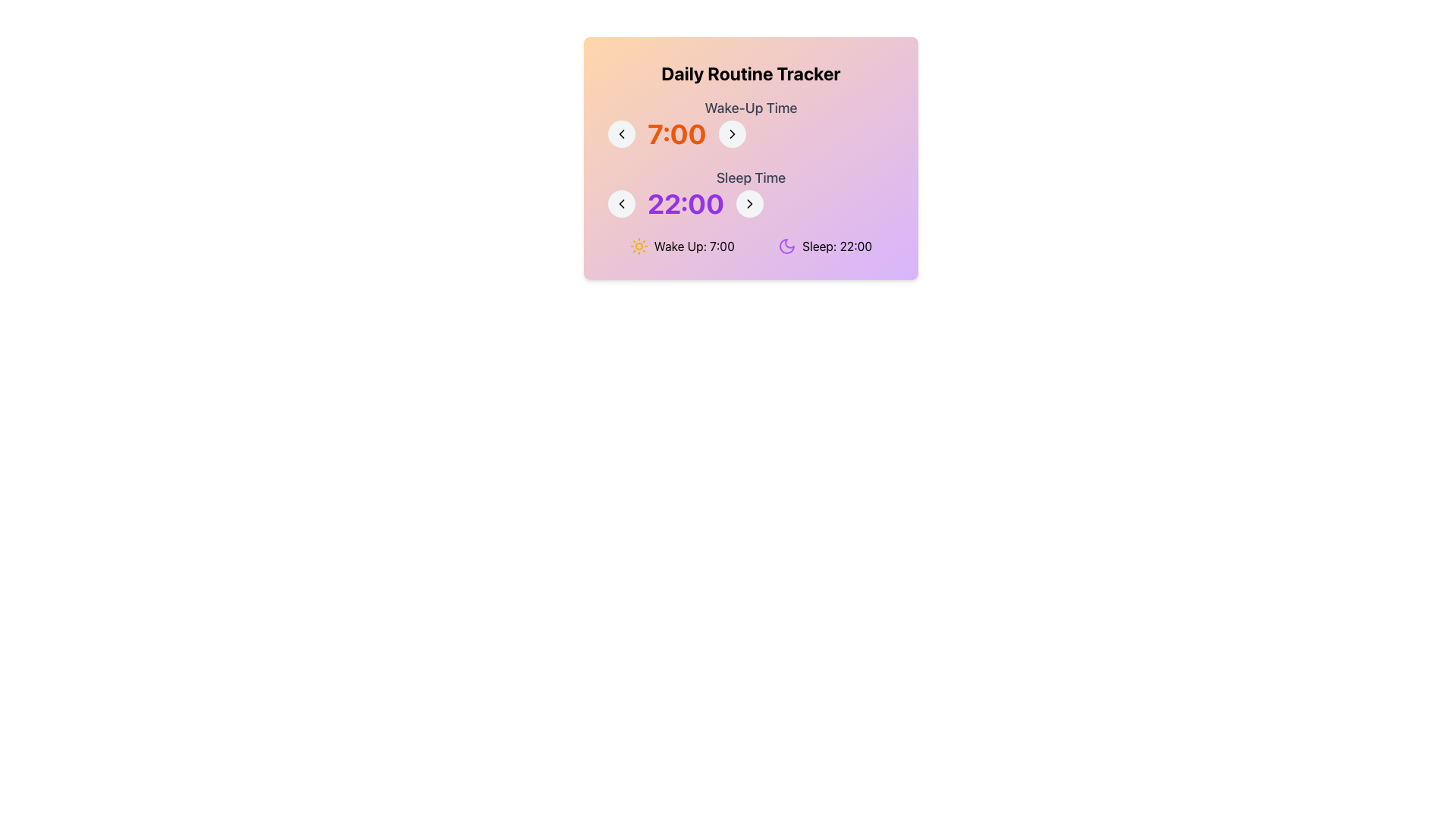  I want to click on the decrement button located to the left of the '22:00' sleep time label to reduce the displayed sleep time, so click(622, 203).